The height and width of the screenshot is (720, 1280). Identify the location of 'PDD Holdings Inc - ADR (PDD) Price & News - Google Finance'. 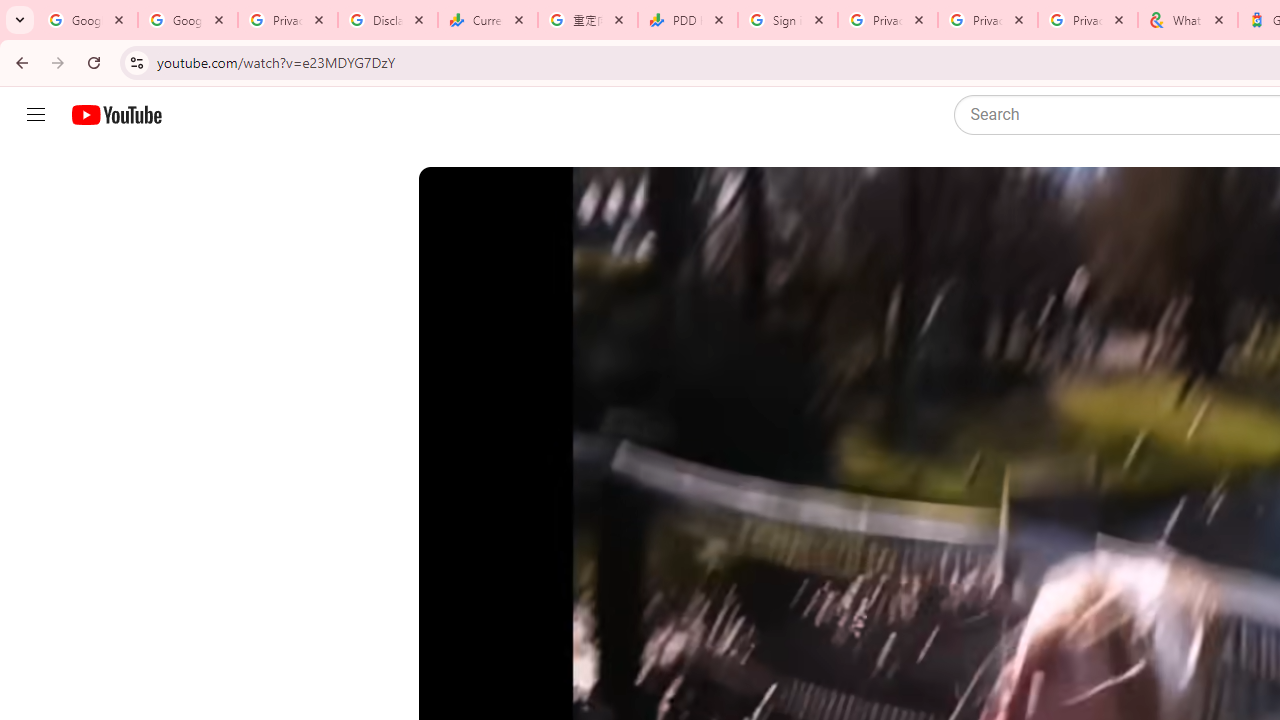
(688, 20).